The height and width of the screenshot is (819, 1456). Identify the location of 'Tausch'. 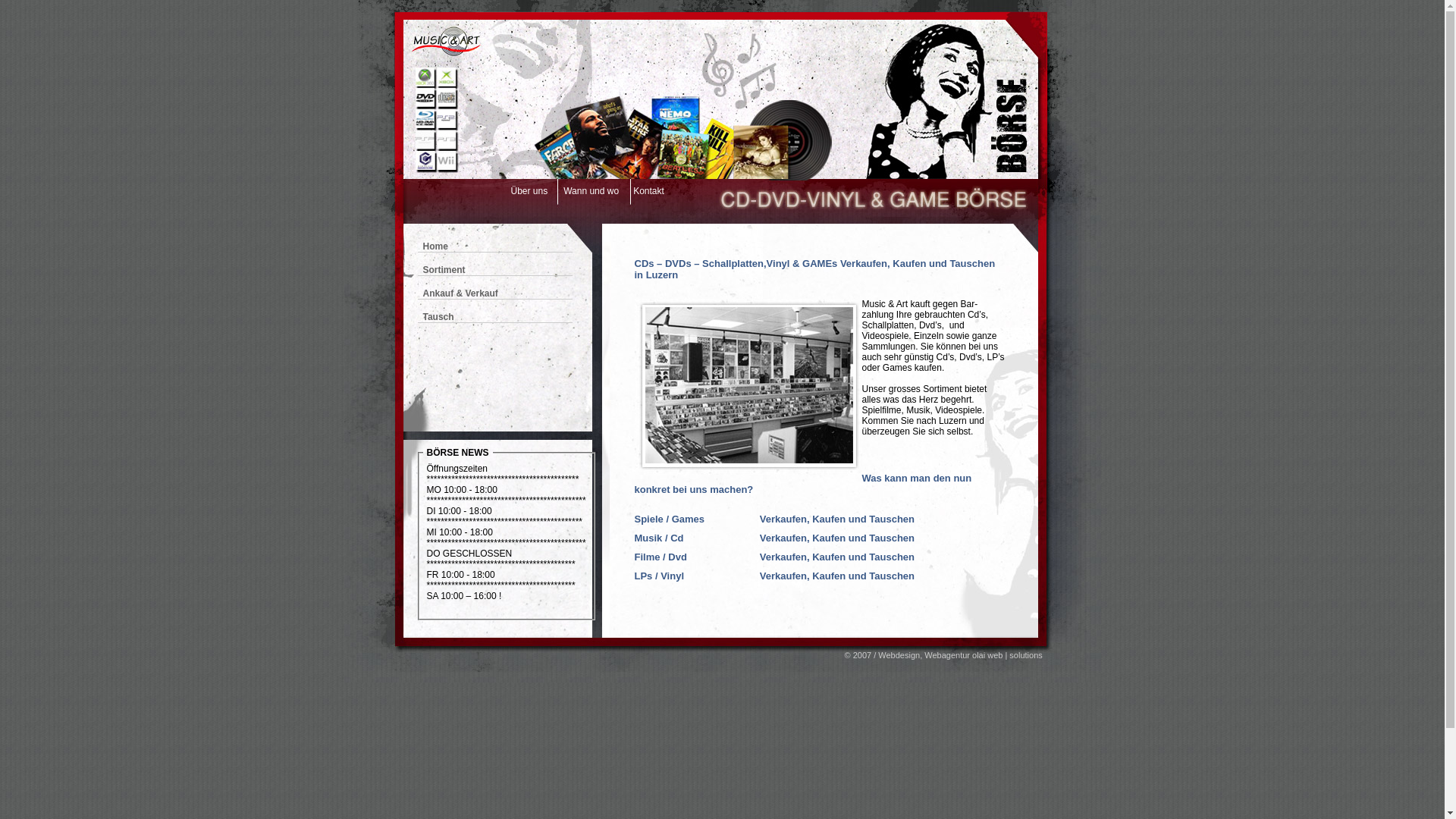
(438, 315).